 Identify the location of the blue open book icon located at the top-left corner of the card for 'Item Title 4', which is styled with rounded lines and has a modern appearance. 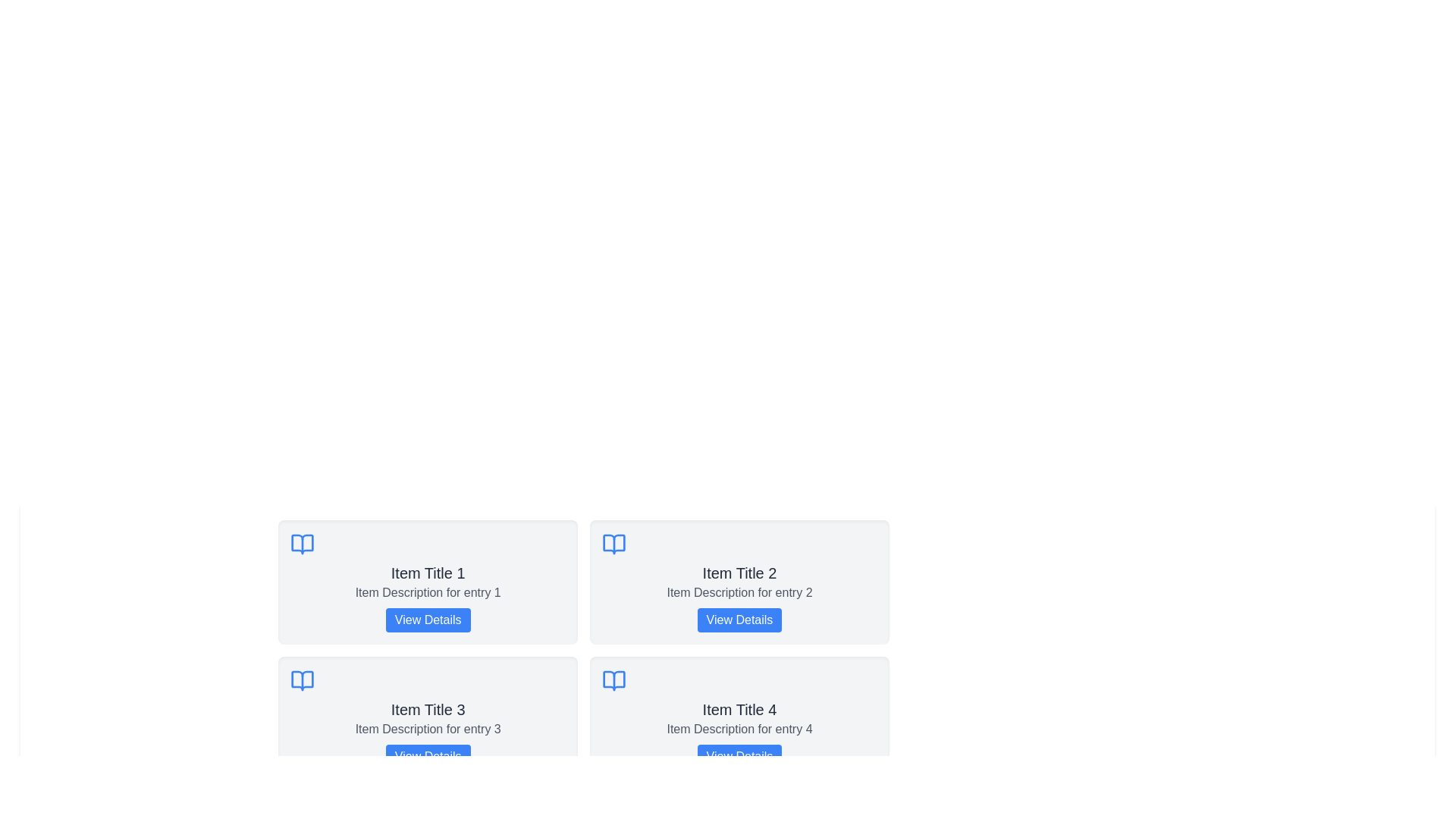
(614, 680).